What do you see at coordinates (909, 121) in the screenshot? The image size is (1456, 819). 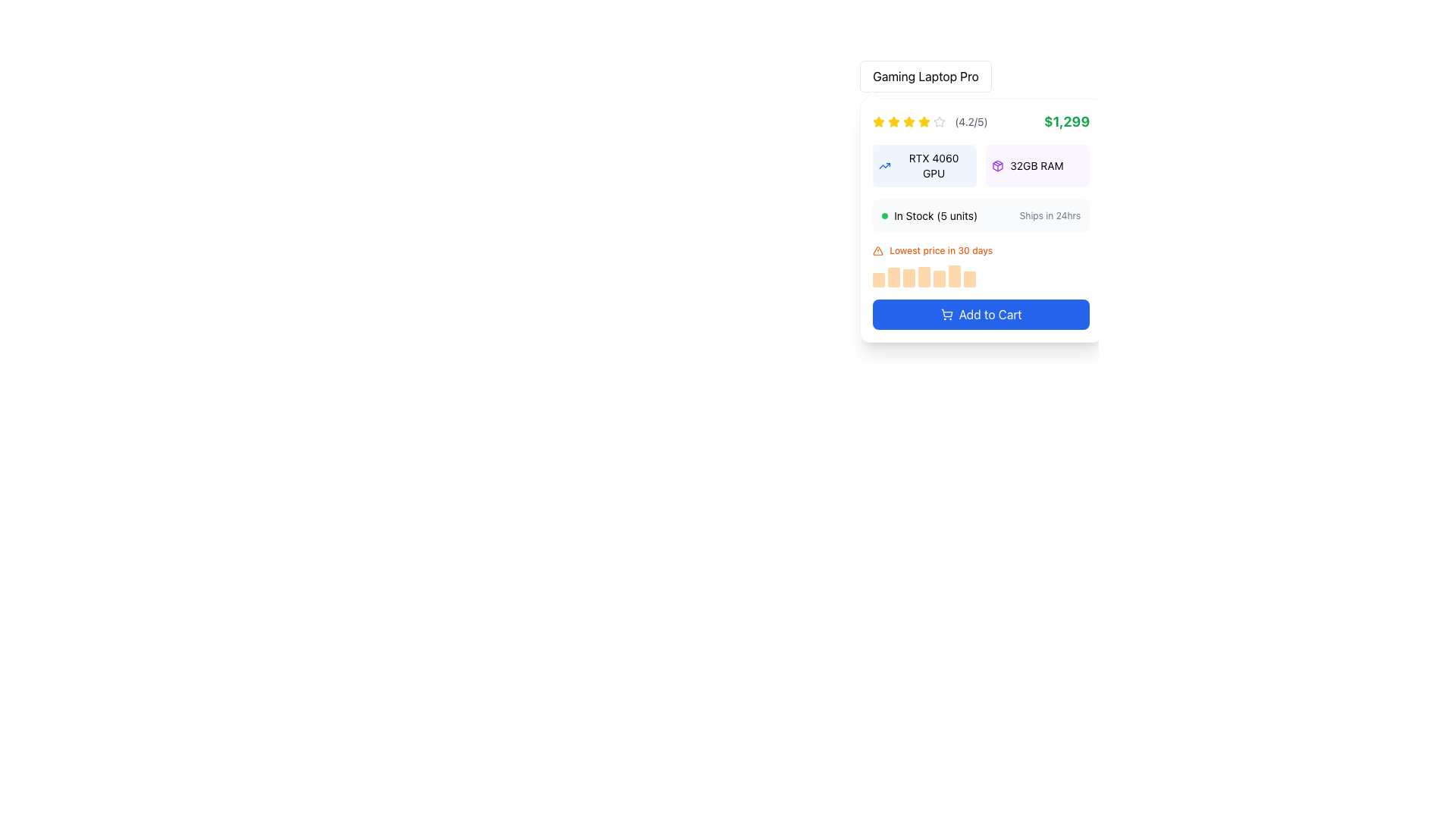 I see `the third yellow star icon in the horizontal rating system above the product details section` at bounding box center [909, 121].